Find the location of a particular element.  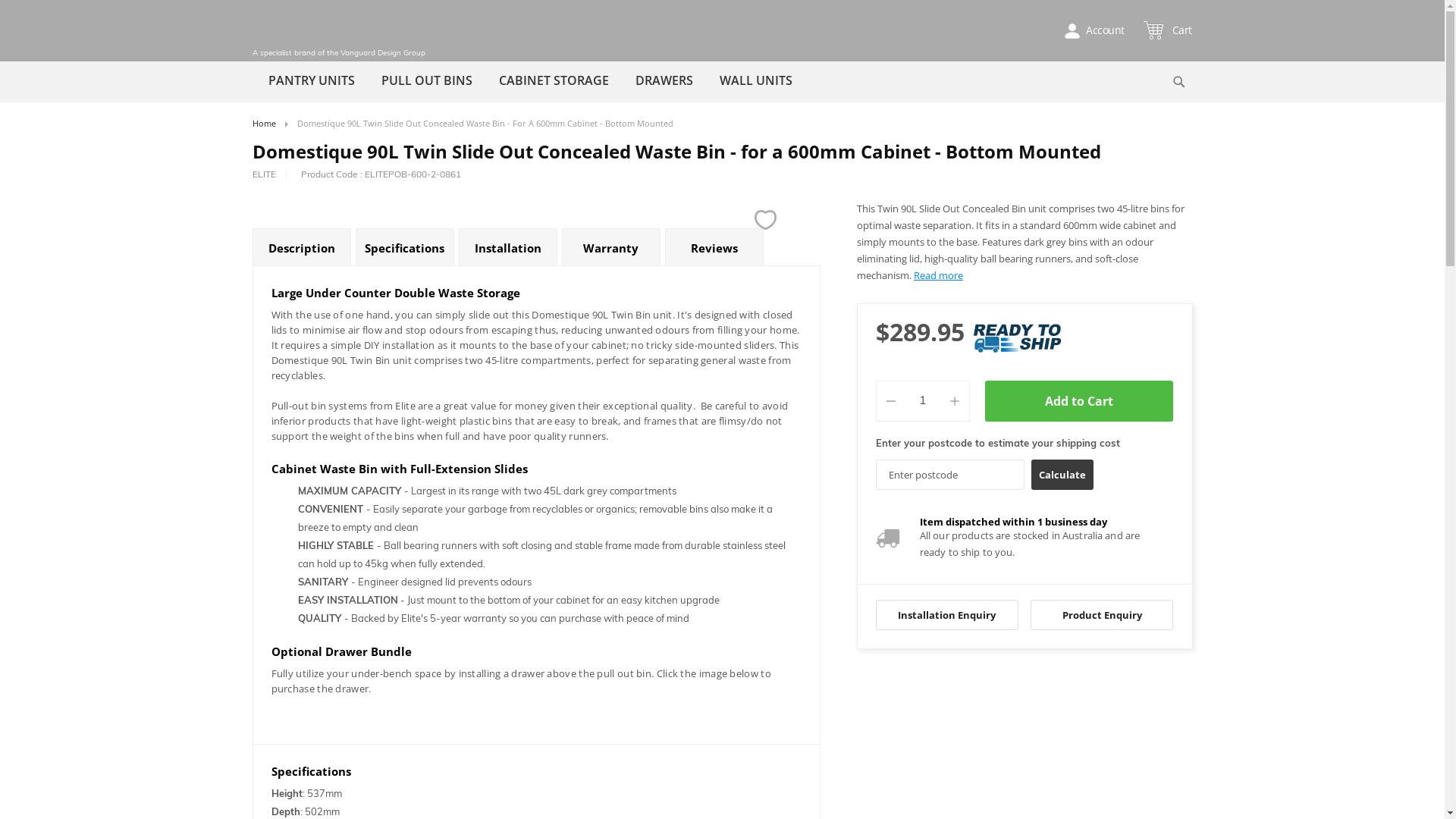

'Description' is located at coordinates (301, 246).